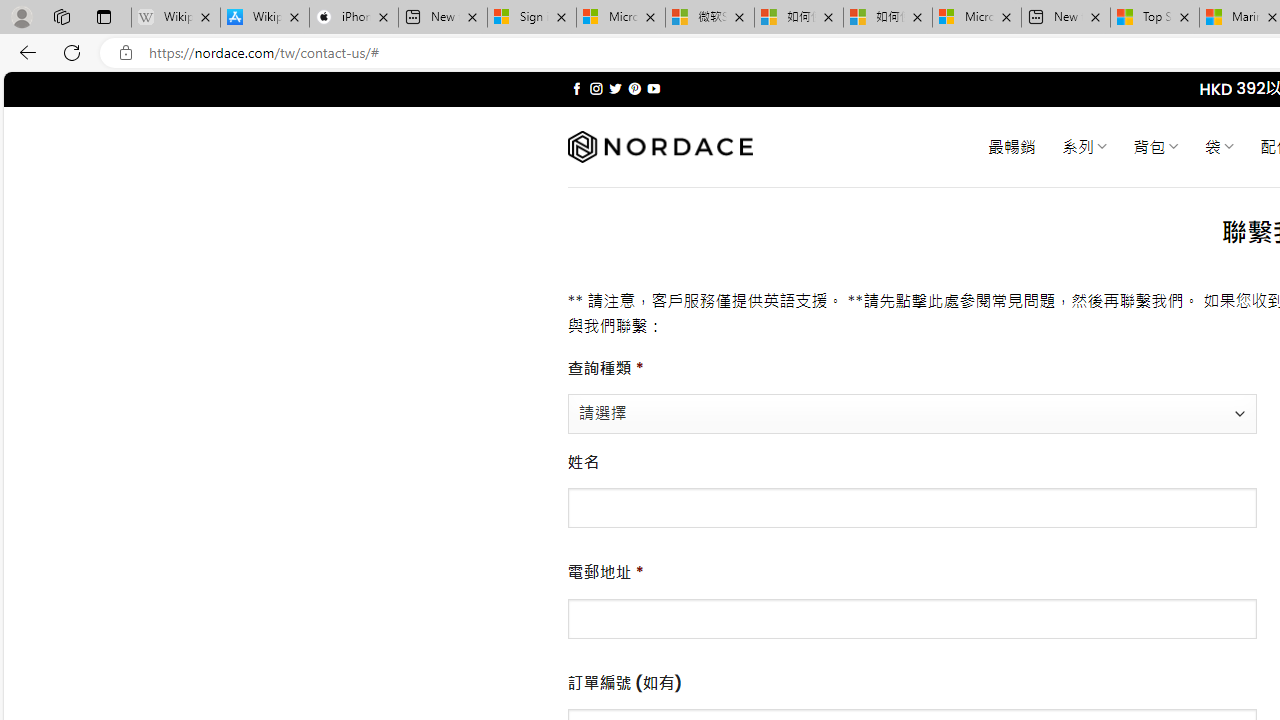 The height and width of the screenshot is (720, 1280). What do you see at coordinates (353, 17) in the screenshot?
I see `'iPhone - Apple'` at bounding box center [353, 17].